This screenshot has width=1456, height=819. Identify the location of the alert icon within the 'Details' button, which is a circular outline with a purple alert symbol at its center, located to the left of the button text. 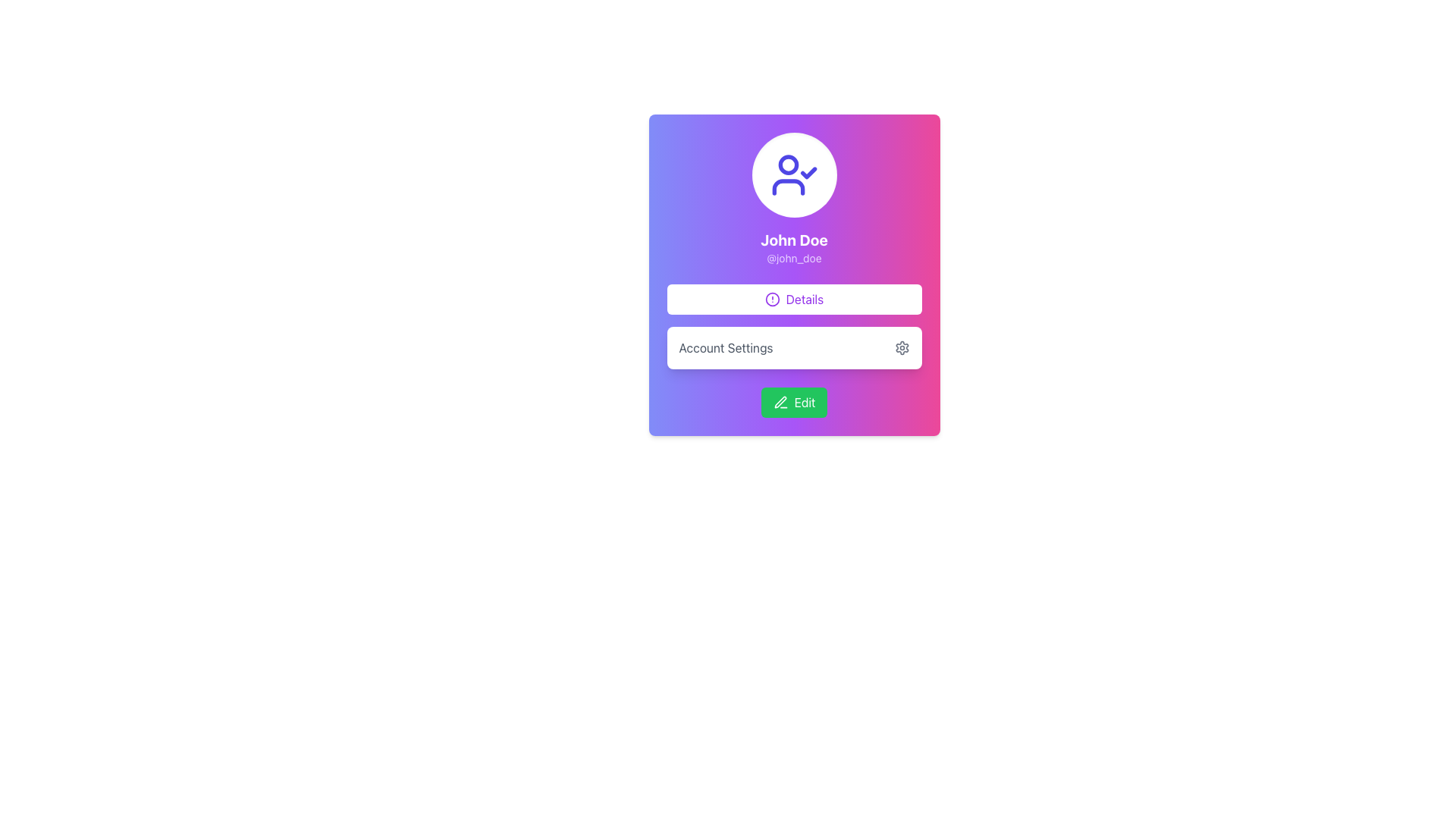
(772, 299).